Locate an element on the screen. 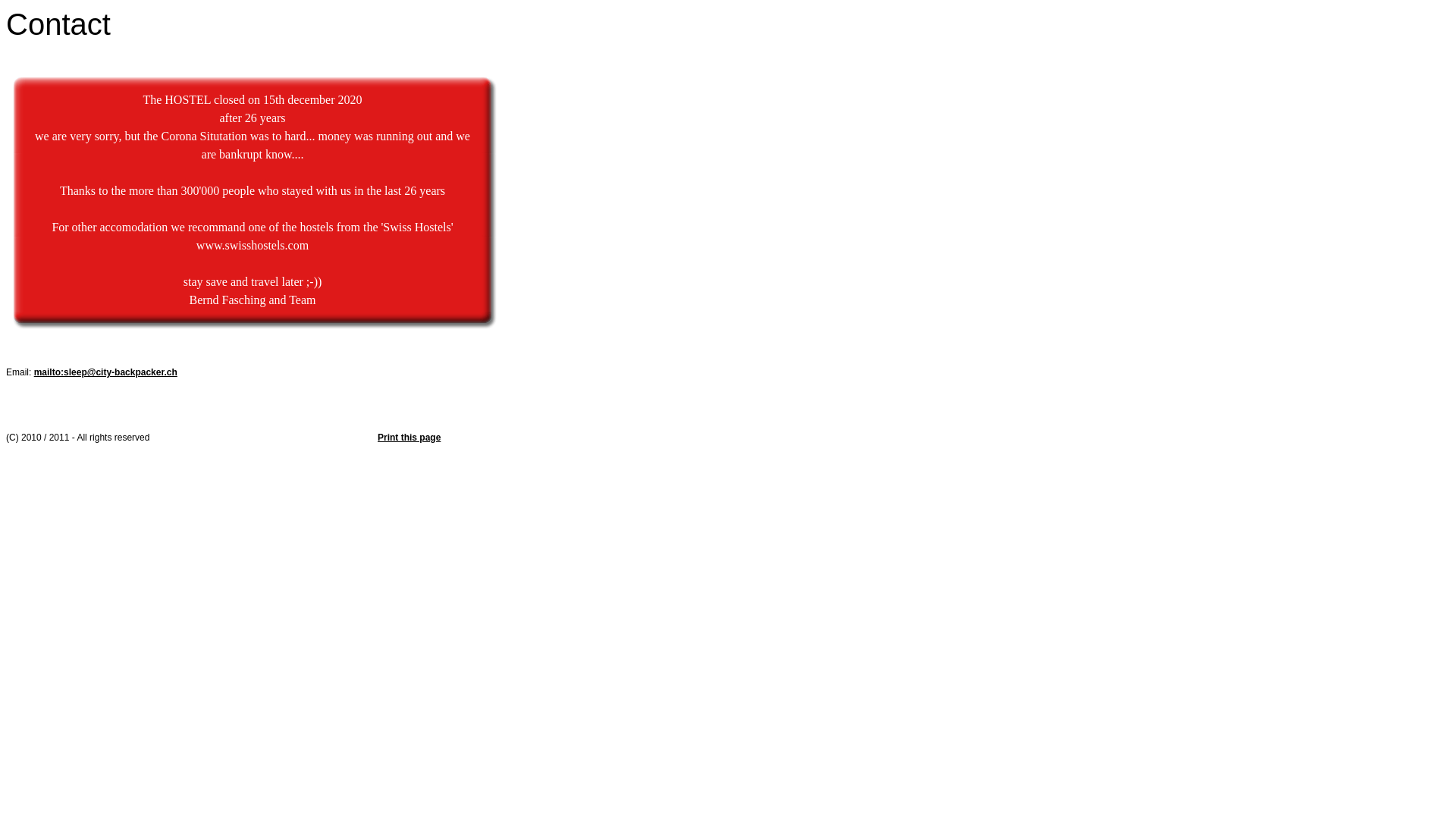 This screenshot has width=1456, height=819. 'Print this page' is located at coordinates (409, 438).